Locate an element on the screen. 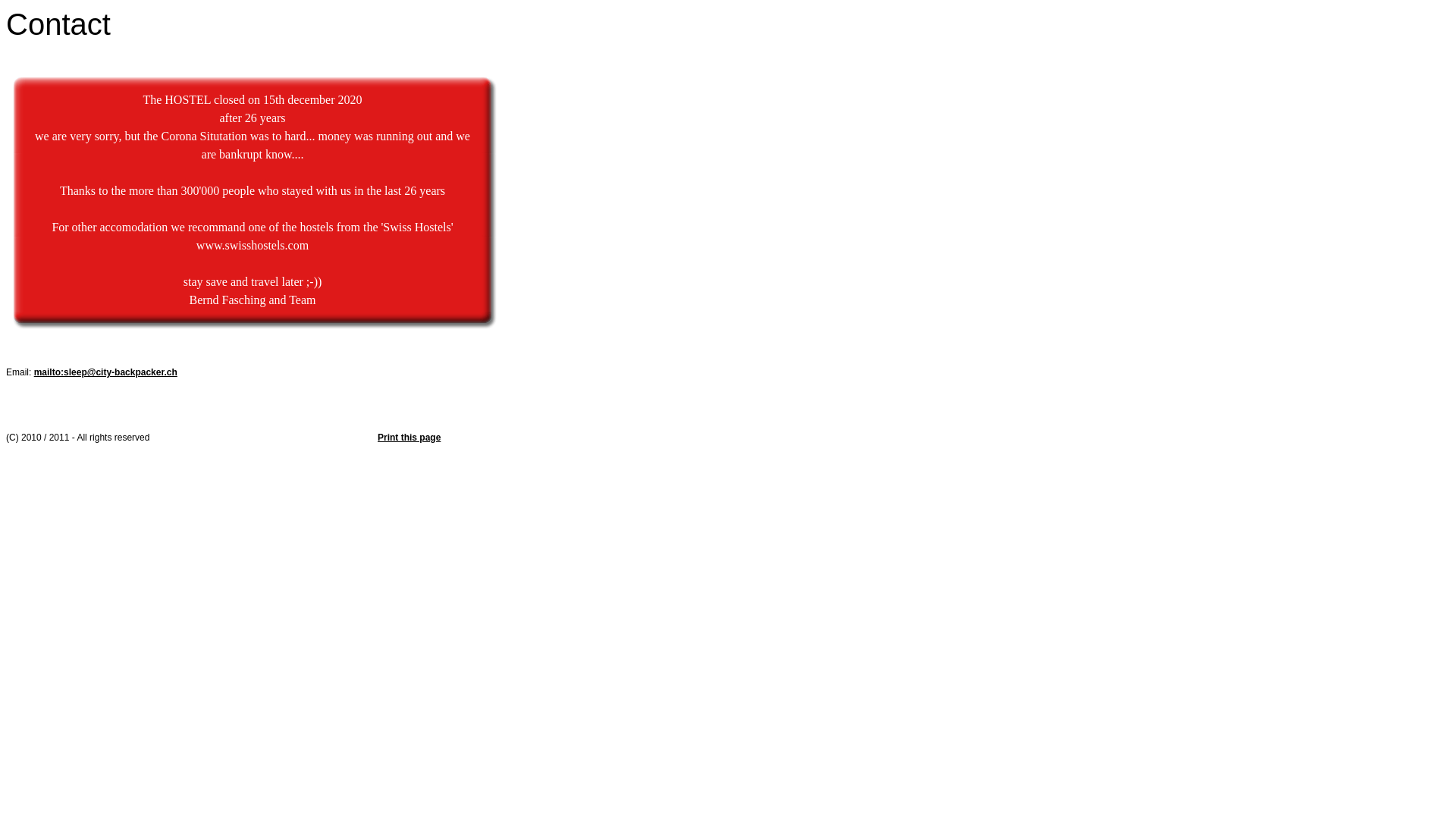 This screenshot has width=1456, height=819. 'Print this page' is located at coordinates (409, 438).